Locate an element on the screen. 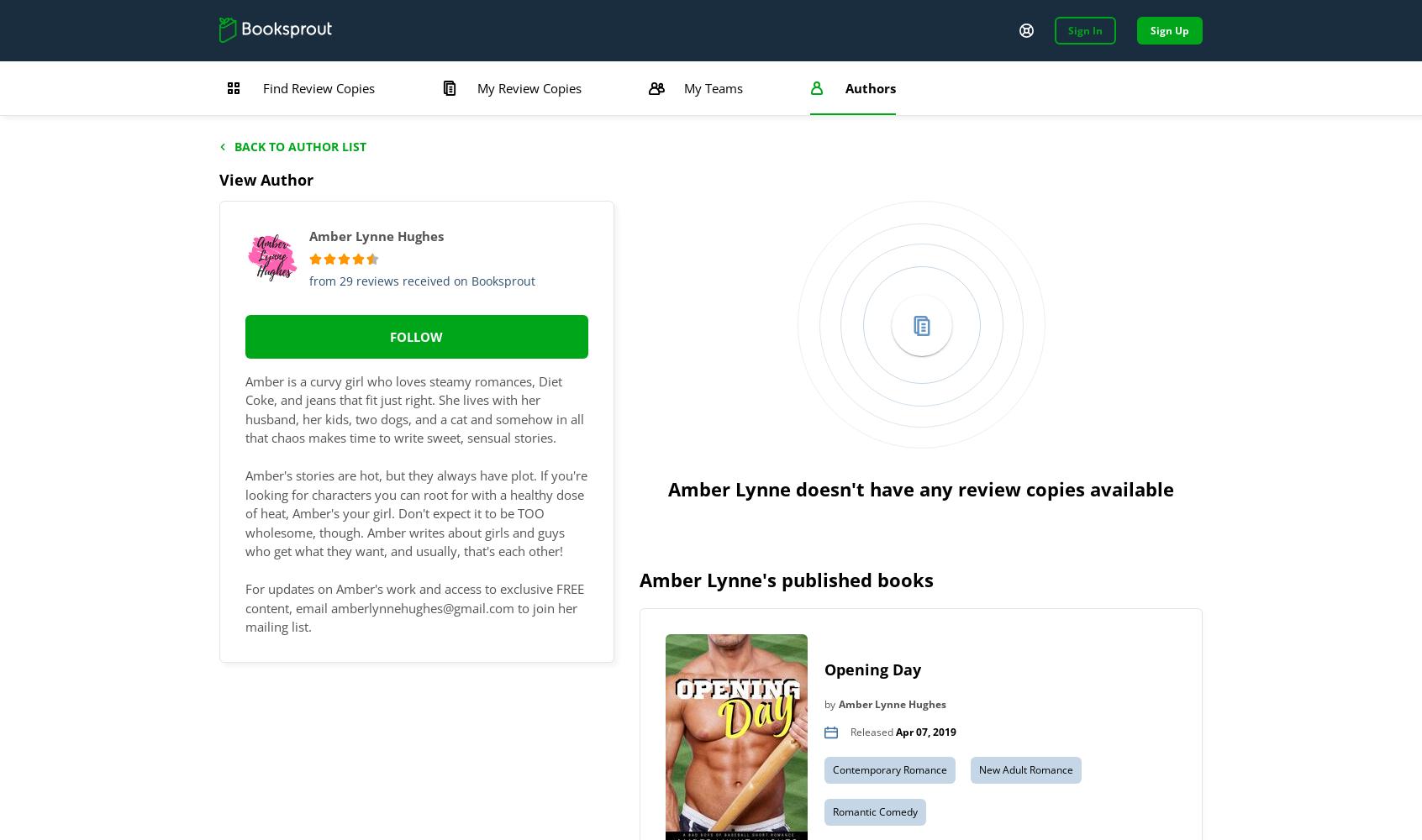 Image resolution: width=1422 pixels, height=840 pixels. 'Released' is located at coordinates (872, 730).